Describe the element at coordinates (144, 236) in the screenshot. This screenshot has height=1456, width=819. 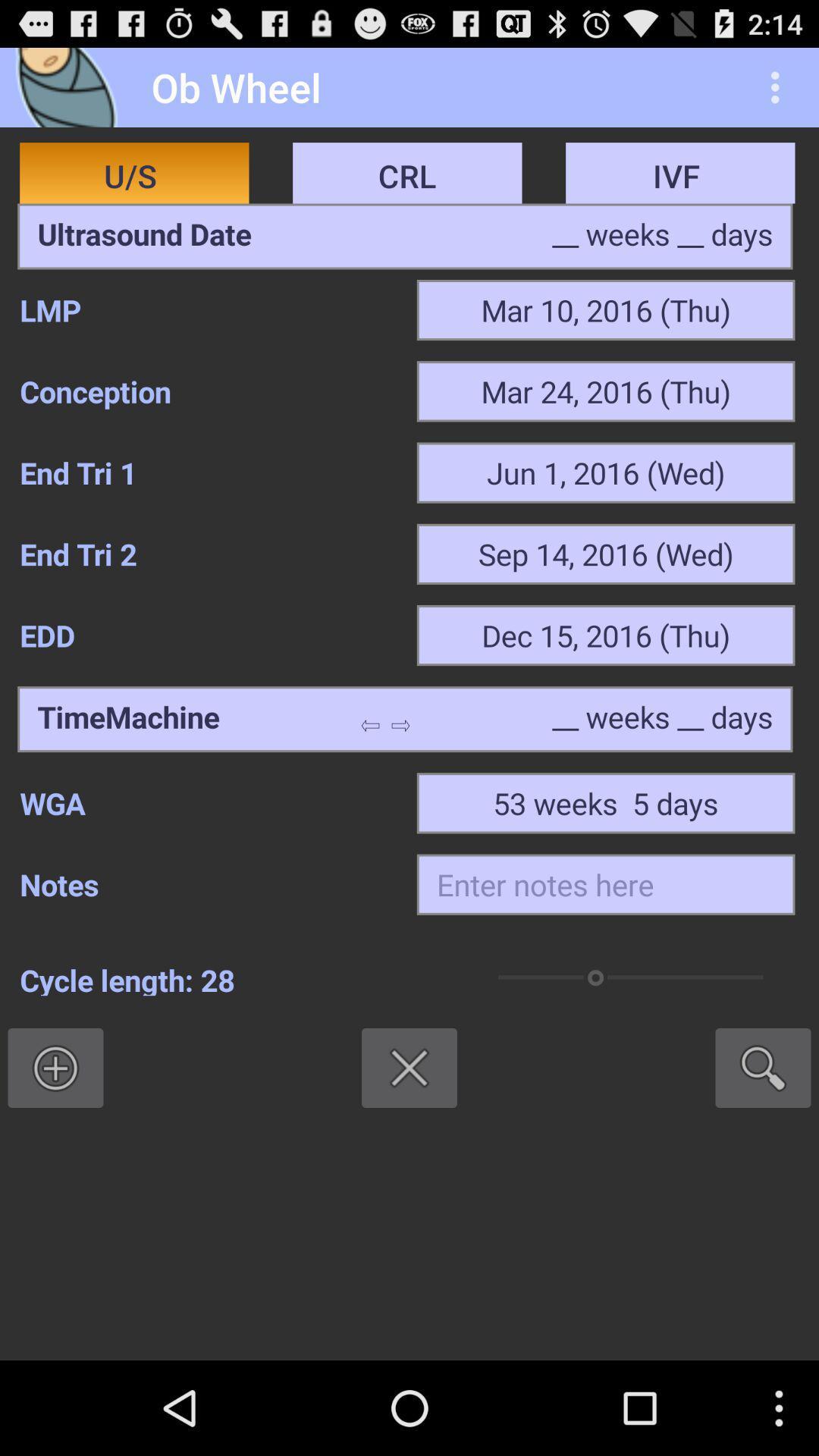
I see `the date bar` at that location.